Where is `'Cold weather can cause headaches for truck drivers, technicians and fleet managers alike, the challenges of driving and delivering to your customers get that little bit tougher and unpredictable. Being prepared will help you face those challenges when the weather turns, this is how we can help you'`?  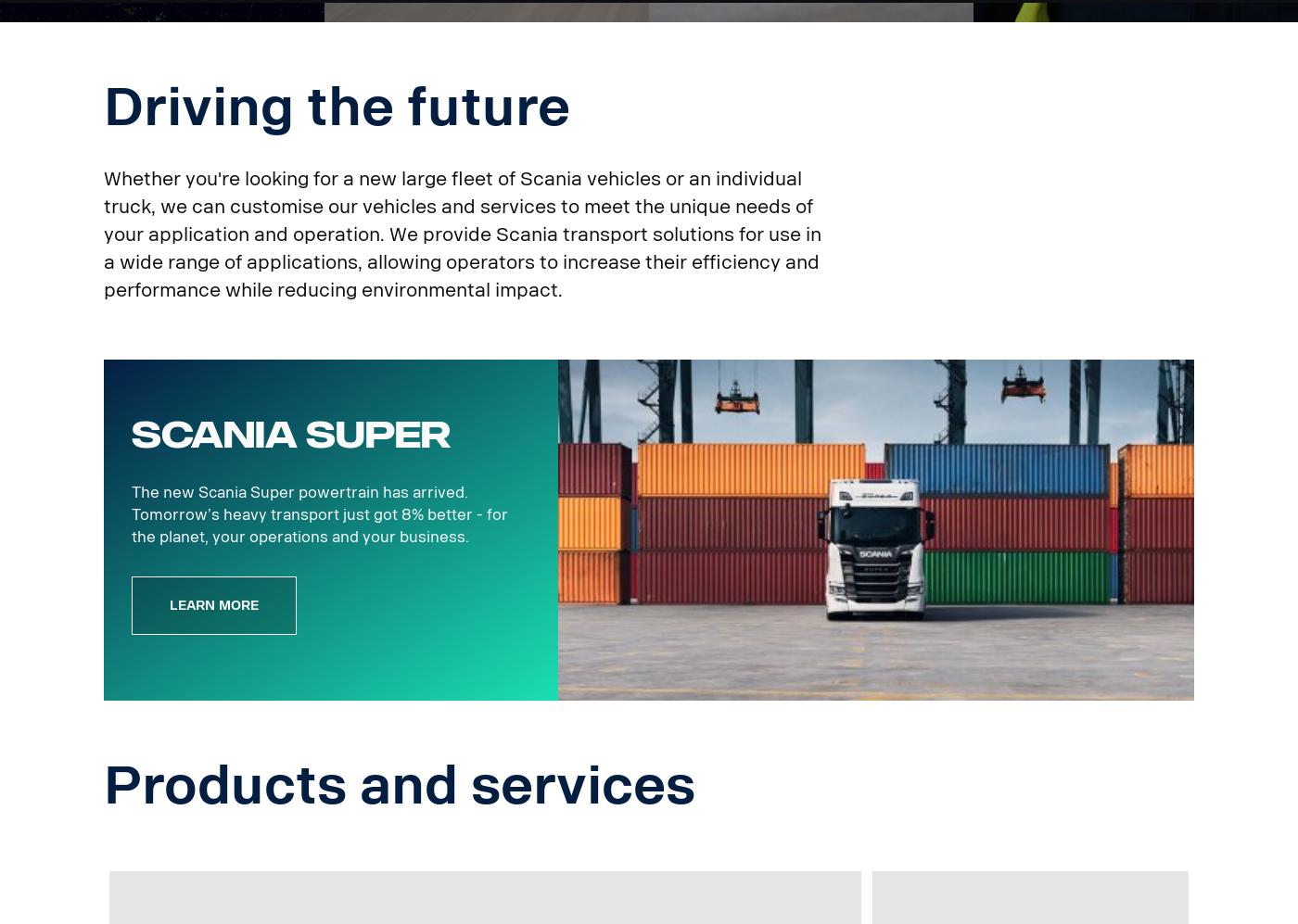
'Cold weather can cause headaches for truck drivers, technicians and fleet managers alike, the challenges of driving and delivering to your customers get that little bit tougher and unpredictable. Being prepared will help you face those challenges when the weather turns, this is how we can help you' is located at coordinates (838, 110).